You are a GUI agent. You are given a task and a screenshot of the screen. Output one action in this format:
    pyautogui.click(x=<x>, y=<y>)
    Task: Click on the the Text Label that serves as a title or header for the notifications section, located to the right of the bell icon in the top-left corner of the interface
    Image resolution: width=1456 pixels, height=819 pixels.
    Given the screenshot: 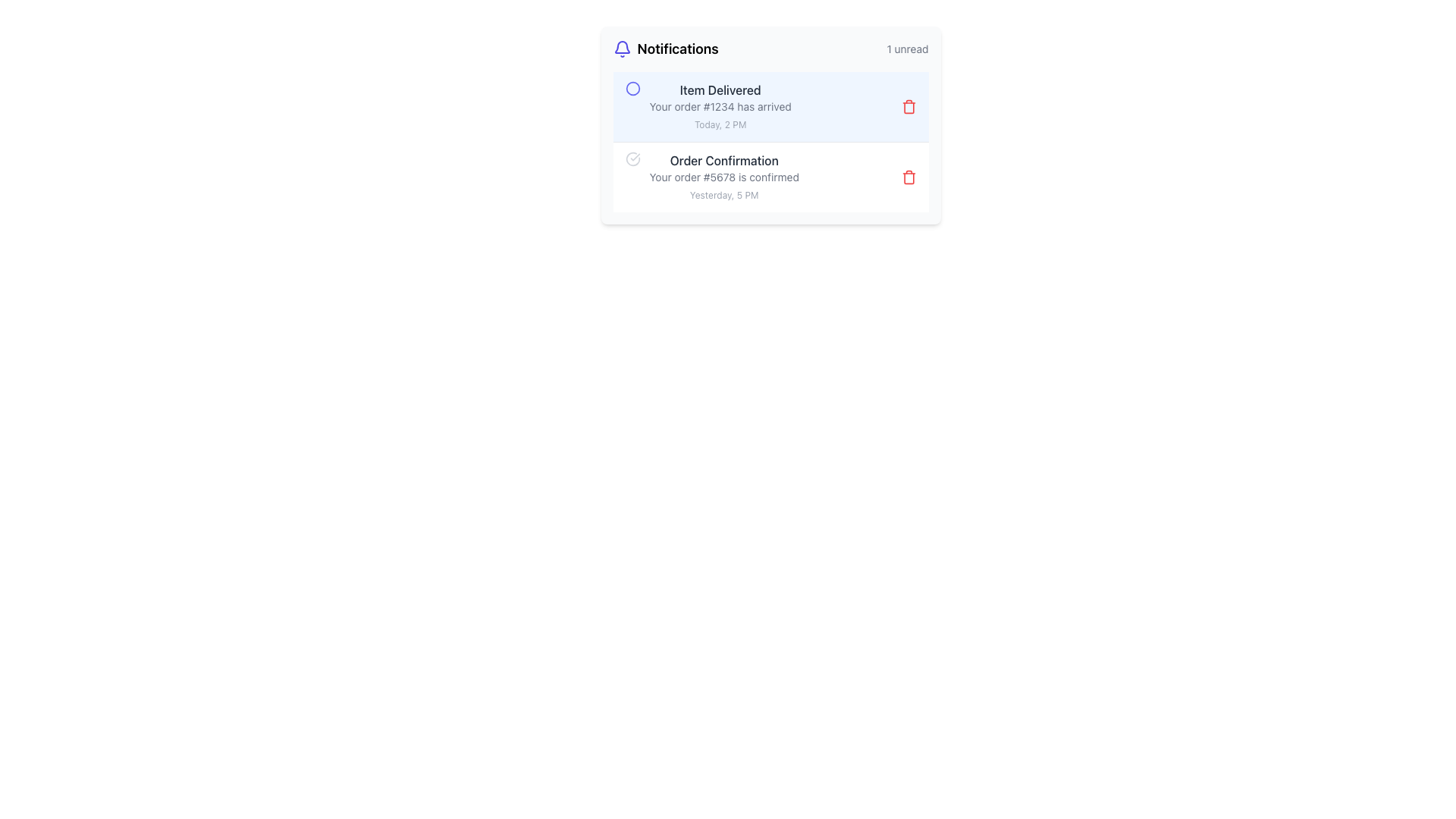 What is the action you would take?
    pyautogui.click(x=677, y=49)
    